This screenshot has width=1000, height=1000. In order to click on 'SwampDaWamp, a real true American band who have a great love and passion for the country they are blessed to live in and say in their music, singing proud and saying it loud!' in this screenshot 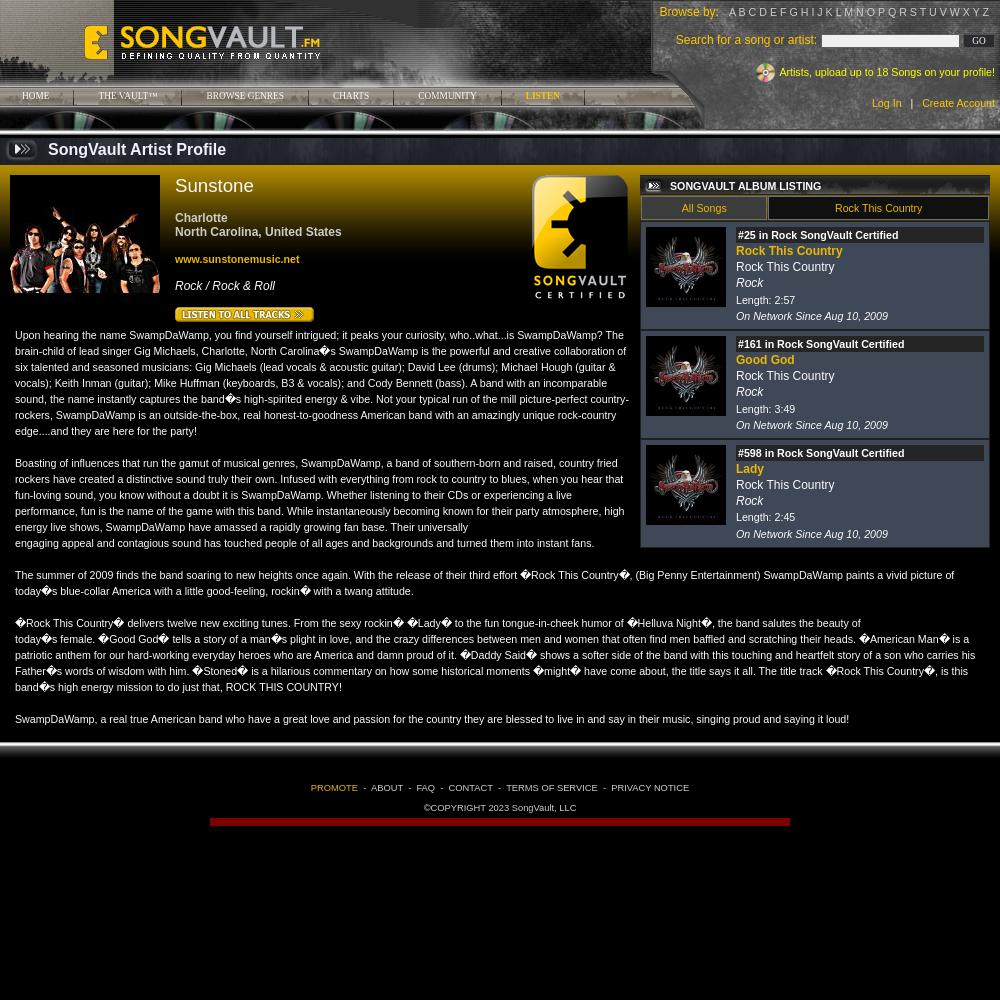, I will do `click(432, 718)`.